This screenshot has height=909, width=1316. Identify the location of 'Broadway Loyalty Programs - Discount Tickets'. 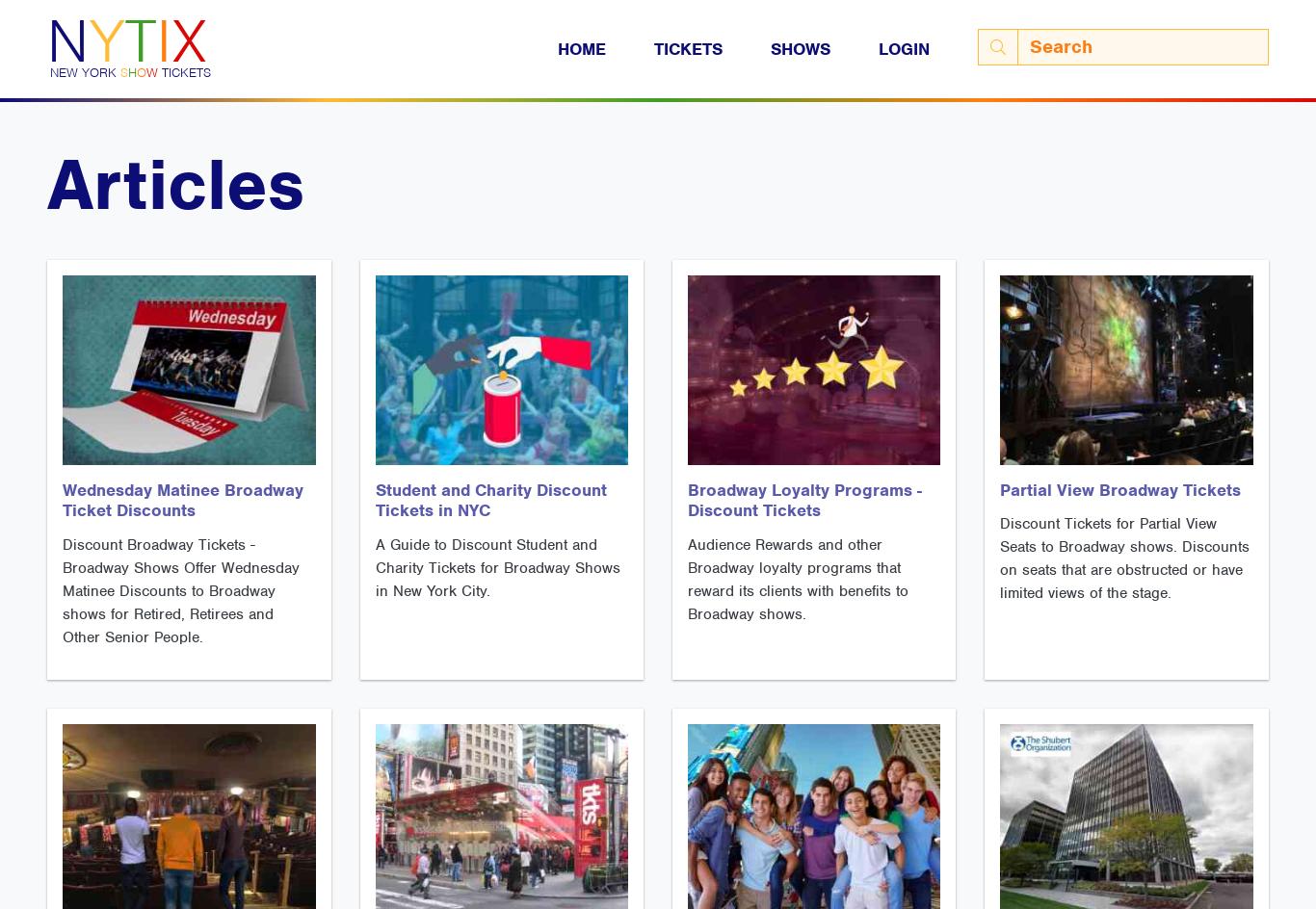
(803, 500).